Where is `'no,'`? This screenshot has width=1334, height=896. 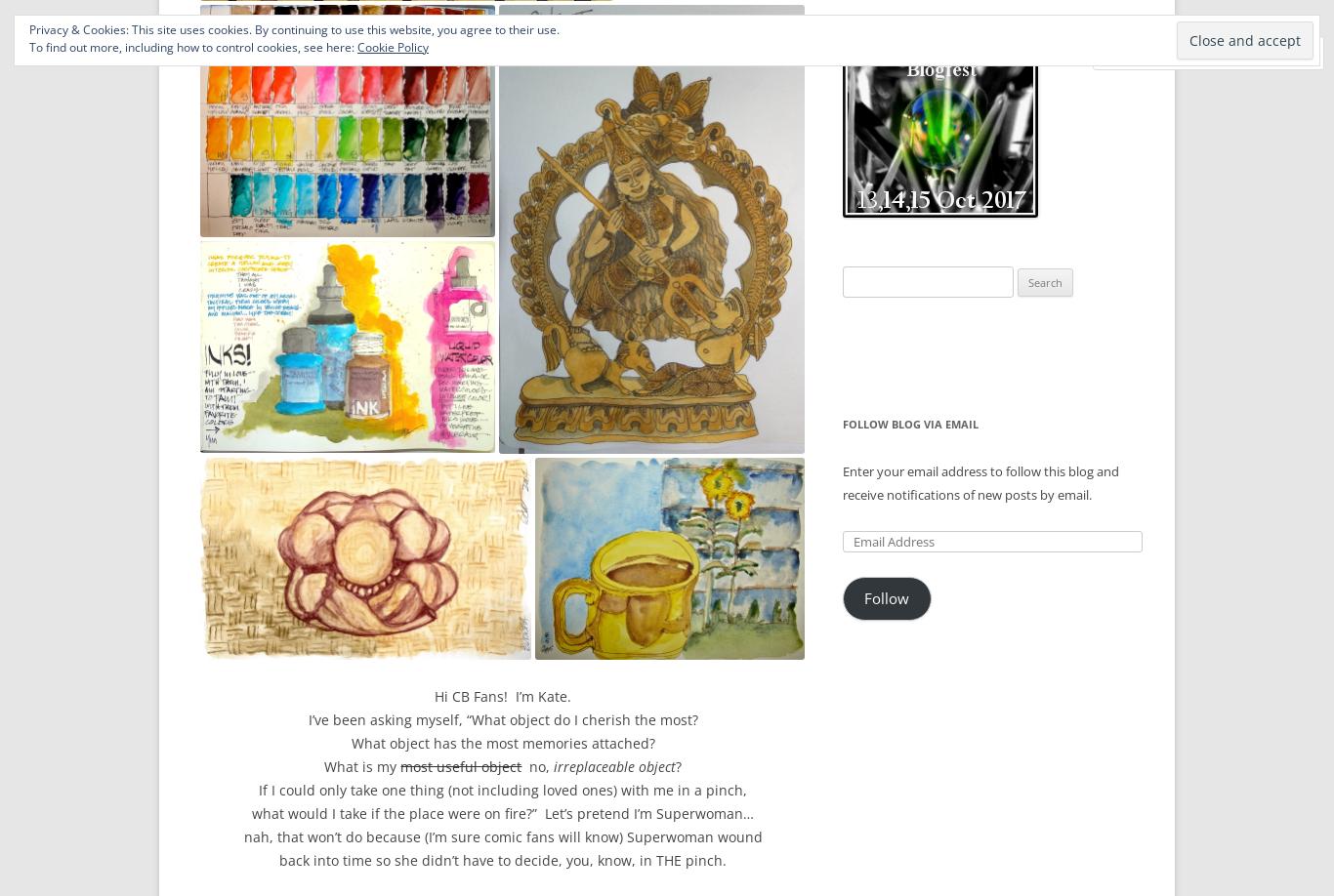 'no,' is located at coordinates (535, 765).